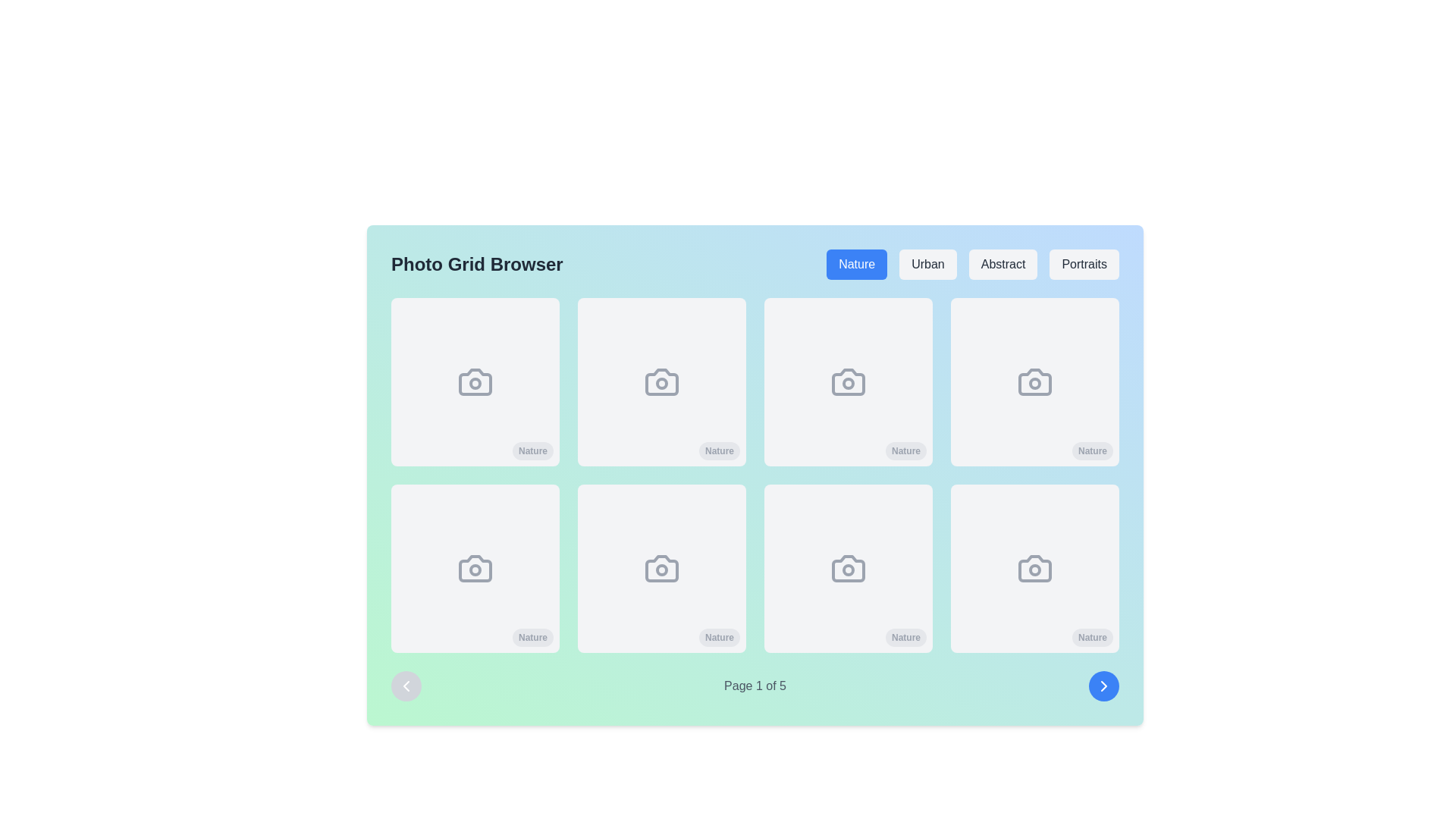 This screenshot has height=819, width=1456. What do you see at coordinates (847, 381) in the screenshot?
I see `the camera icon within the 'Nature' tile, which is styled with a minimalist outline and a subdued grey color, located in the second row and third column of the grid layout` at bounding box center [847, 381].